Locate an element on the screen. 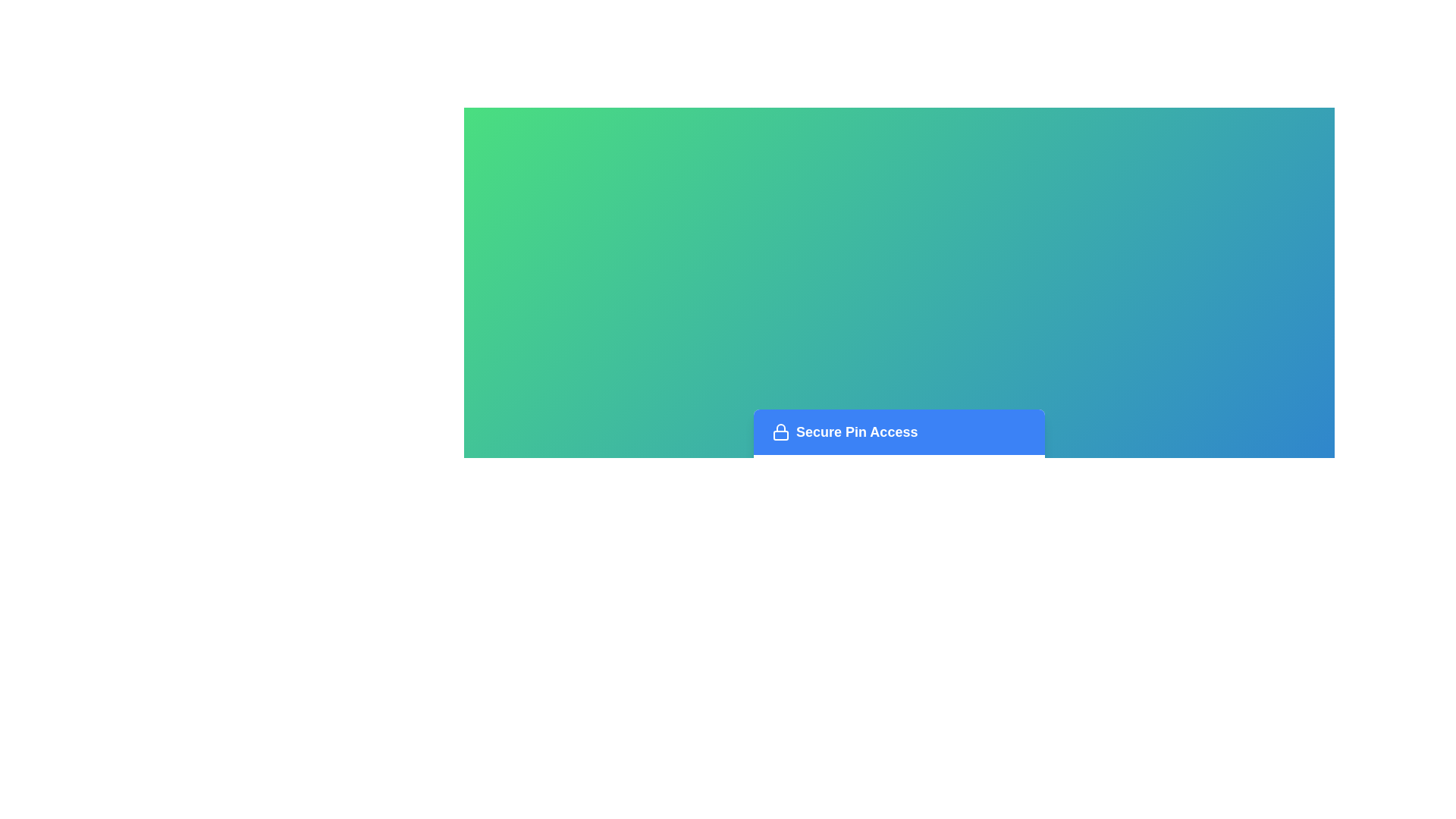 The image size is (1456, 819). the Banner label with the blue background and white text that reads 'Secure Pin Access', featuring a lock icon to the left of the text is located at coordinates (899, 432).